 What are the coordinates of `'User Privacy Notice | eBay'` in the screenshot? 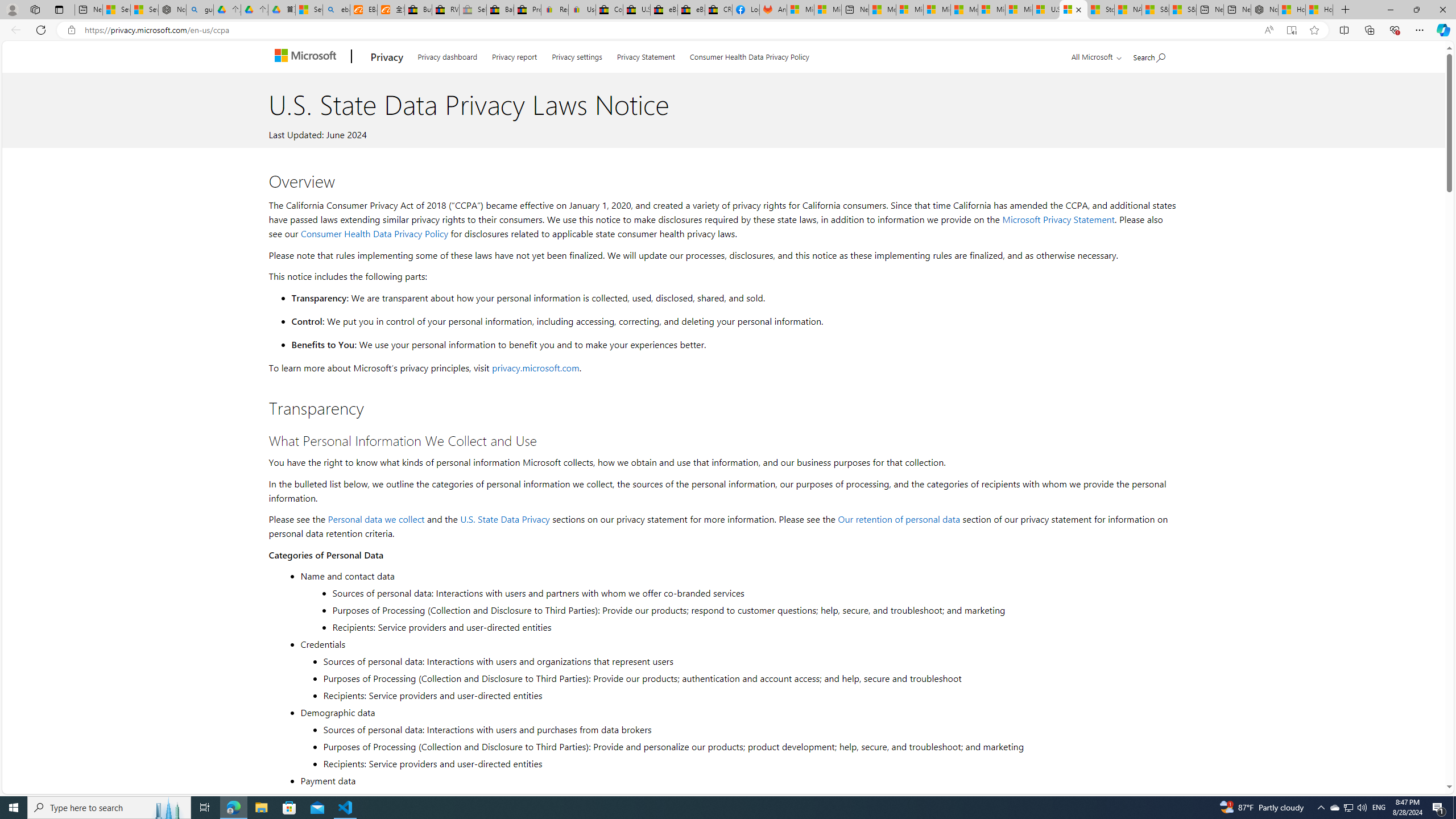 It's located at (581, 9).